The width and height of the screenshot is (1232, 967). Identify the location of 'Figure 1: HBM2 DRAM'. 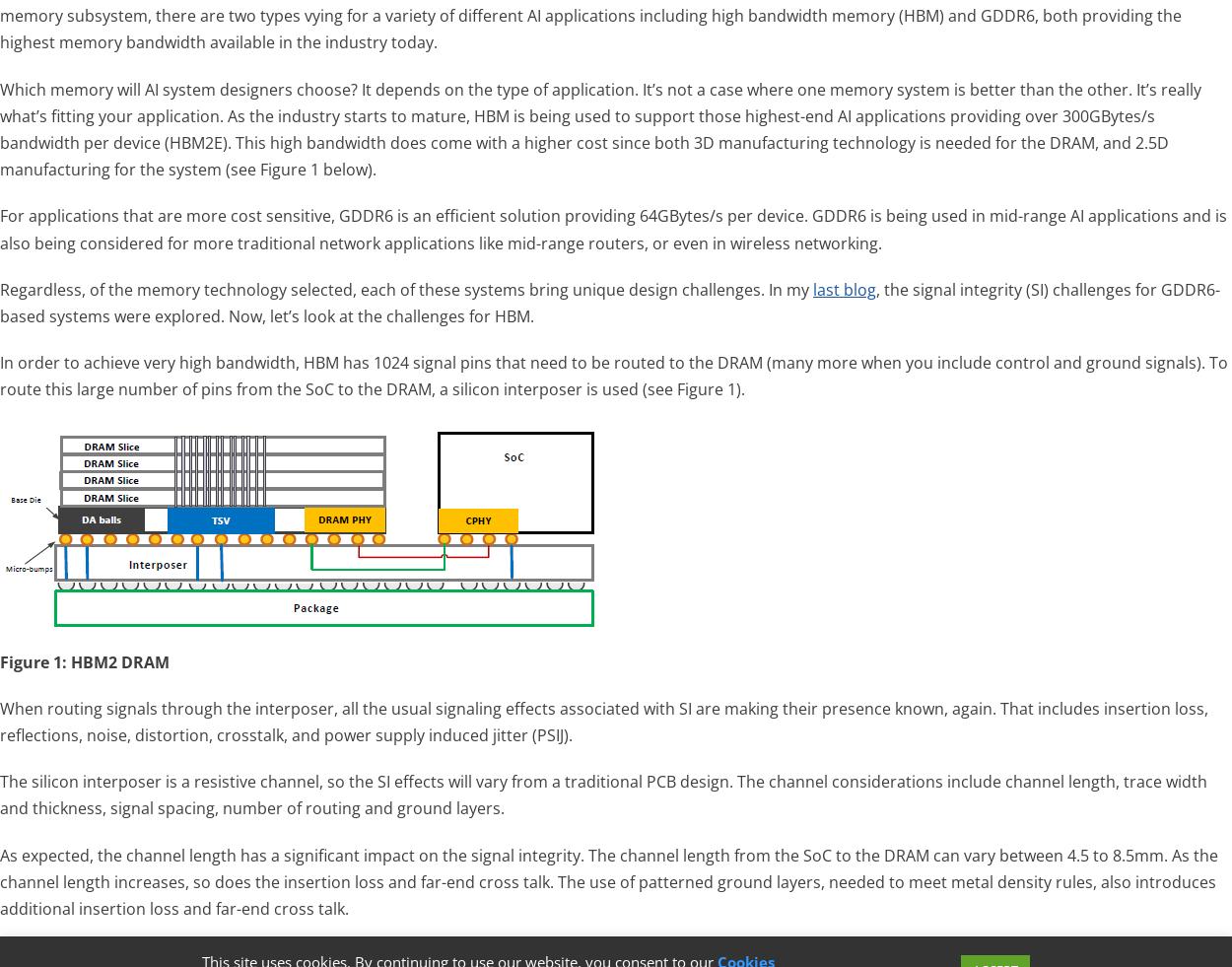
(0, 661).